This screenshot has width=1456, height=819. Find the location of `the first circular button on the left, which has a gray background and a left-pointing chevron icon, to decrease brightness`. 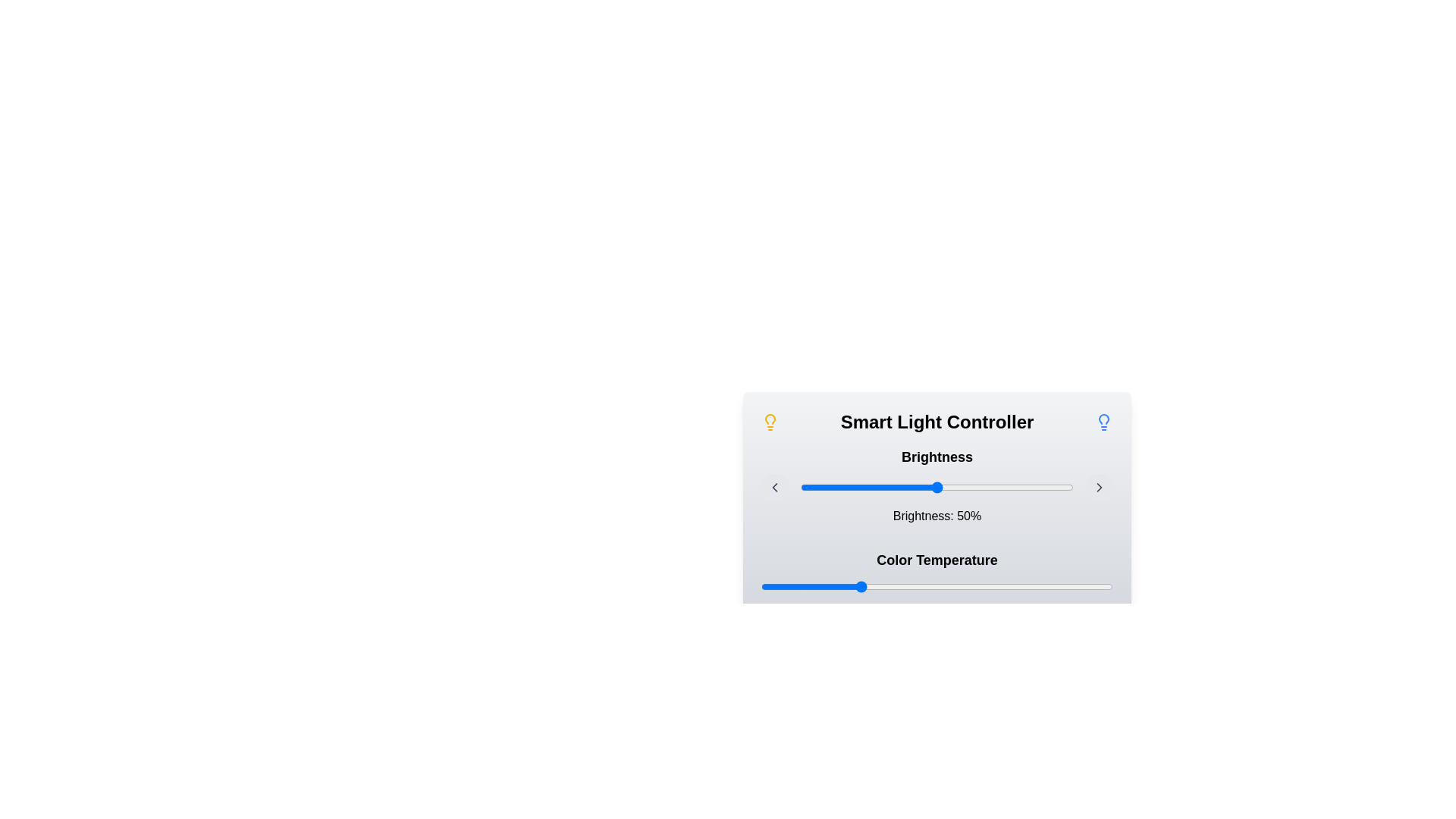

the first circular button on the left, which has a gray background and a left-pointing chevron icon, to decrease brightness is located at coordinates (775, 488).